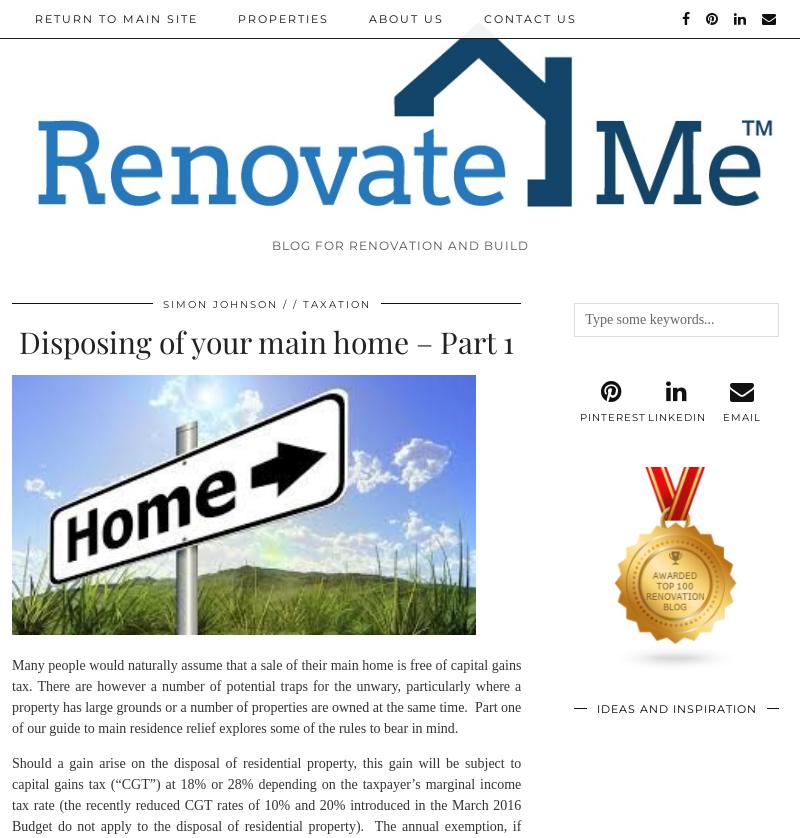 This screenshot has height=838, width=800. Describe the element at coordinates (115, 19) in the screenshot. I see `'Return to Main Site'` at that location.